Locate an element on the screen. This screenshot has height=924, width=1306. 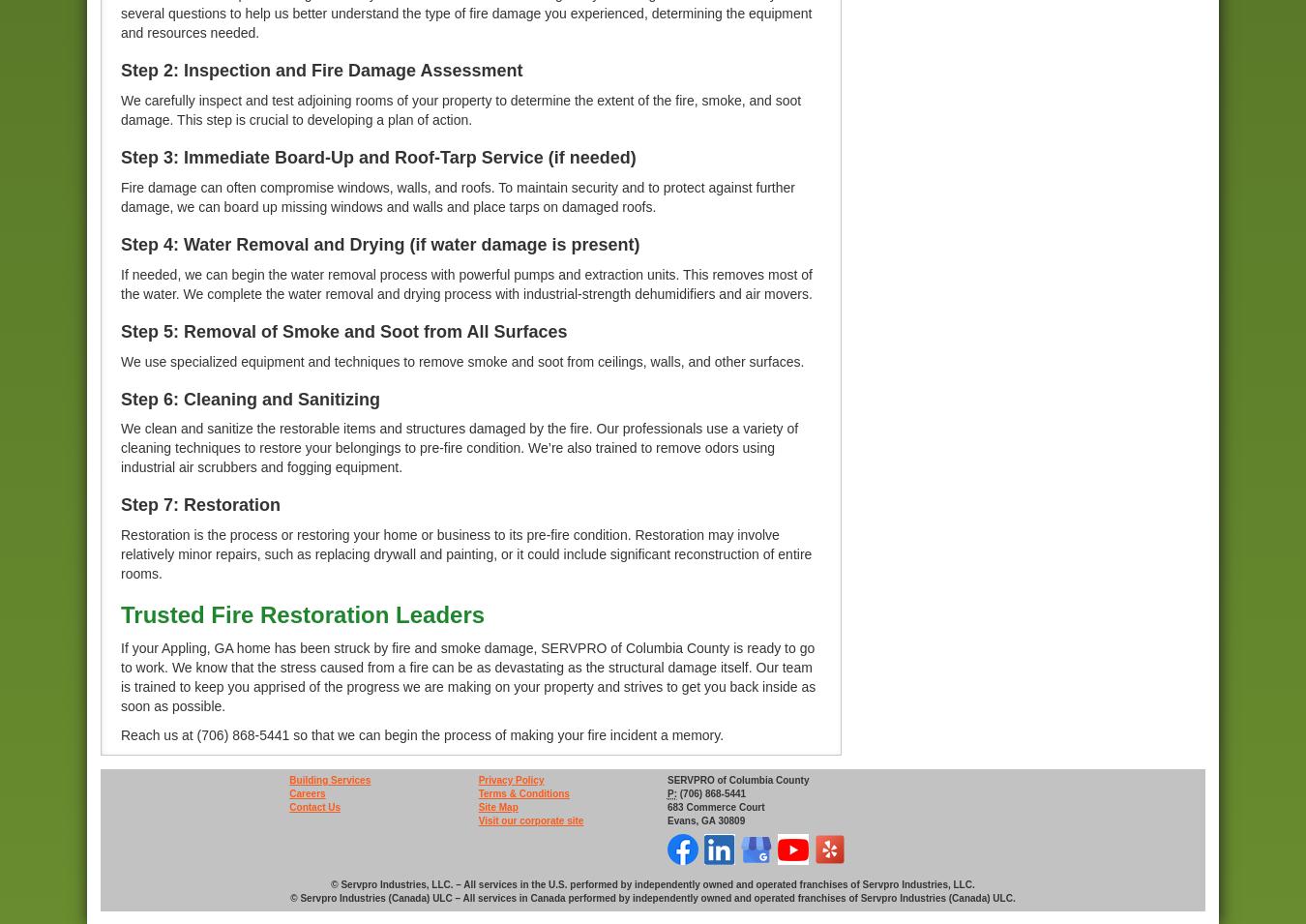
'© Servpro Industries, LLC. – All services in the U.S. performed by independently owned and operated franchises of Servpro Industries, LLC.' is located at coordinates (652, 884).